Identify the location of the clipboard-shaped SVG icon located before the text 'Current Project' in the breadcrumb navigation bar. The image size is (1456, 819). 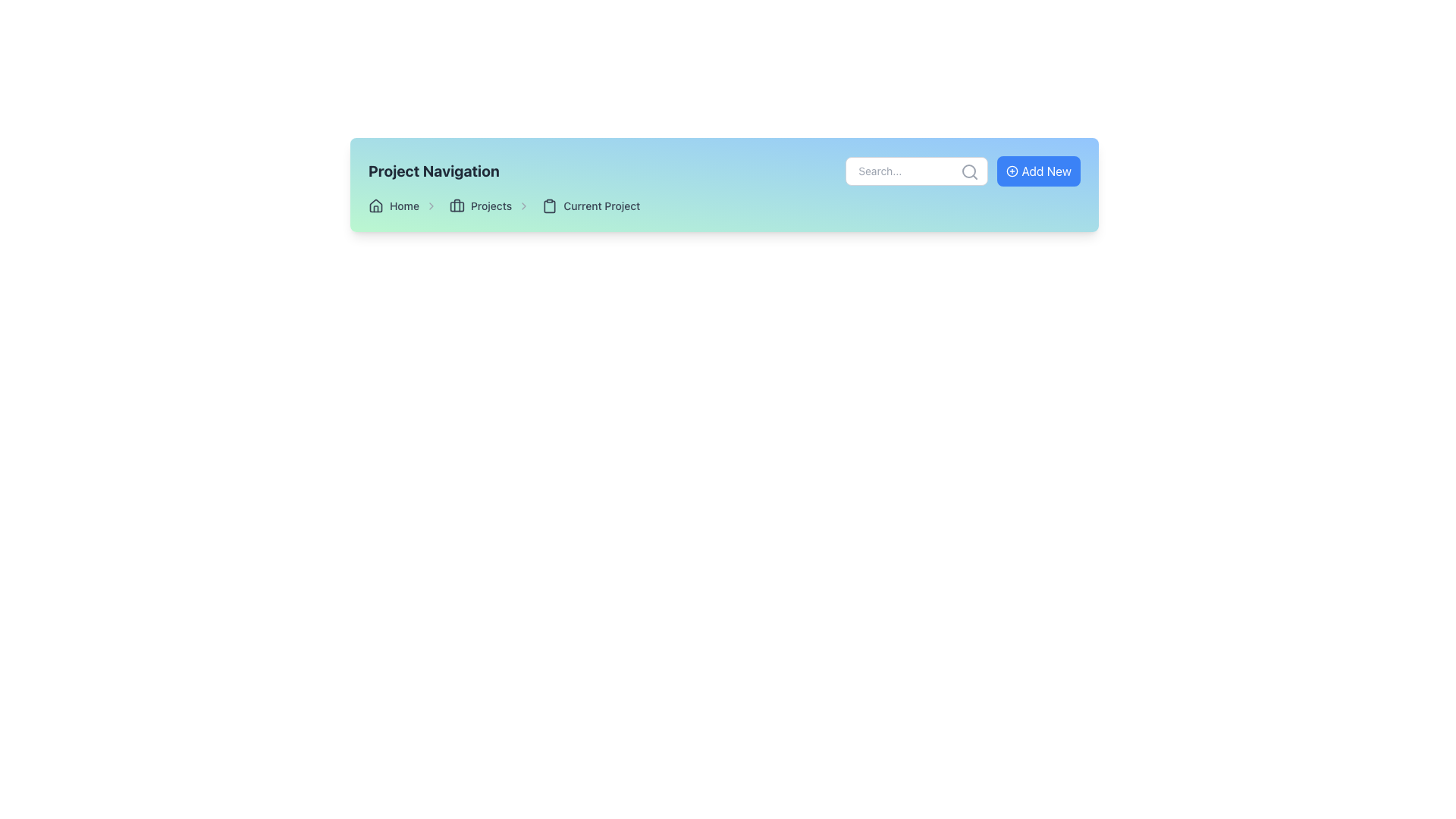
(549, 206).